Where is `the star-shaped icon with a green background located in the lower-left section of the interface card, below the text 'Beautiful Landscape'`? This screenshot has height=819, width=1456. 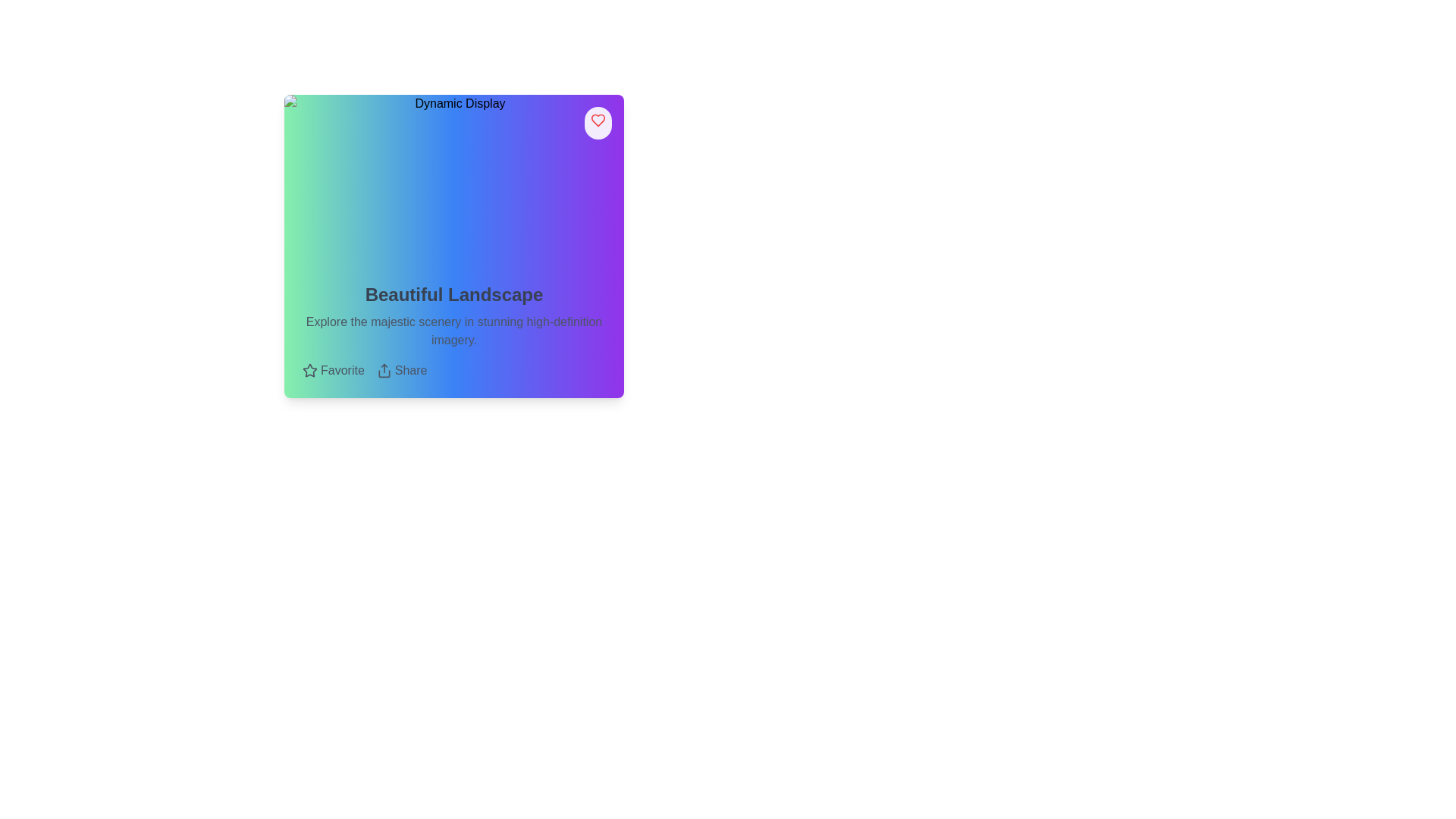
the star-shaped icon with a green background located in the lower-left section of the interface card, below the text 'Beautiful Landscape' is located at coordinates (309, 370).